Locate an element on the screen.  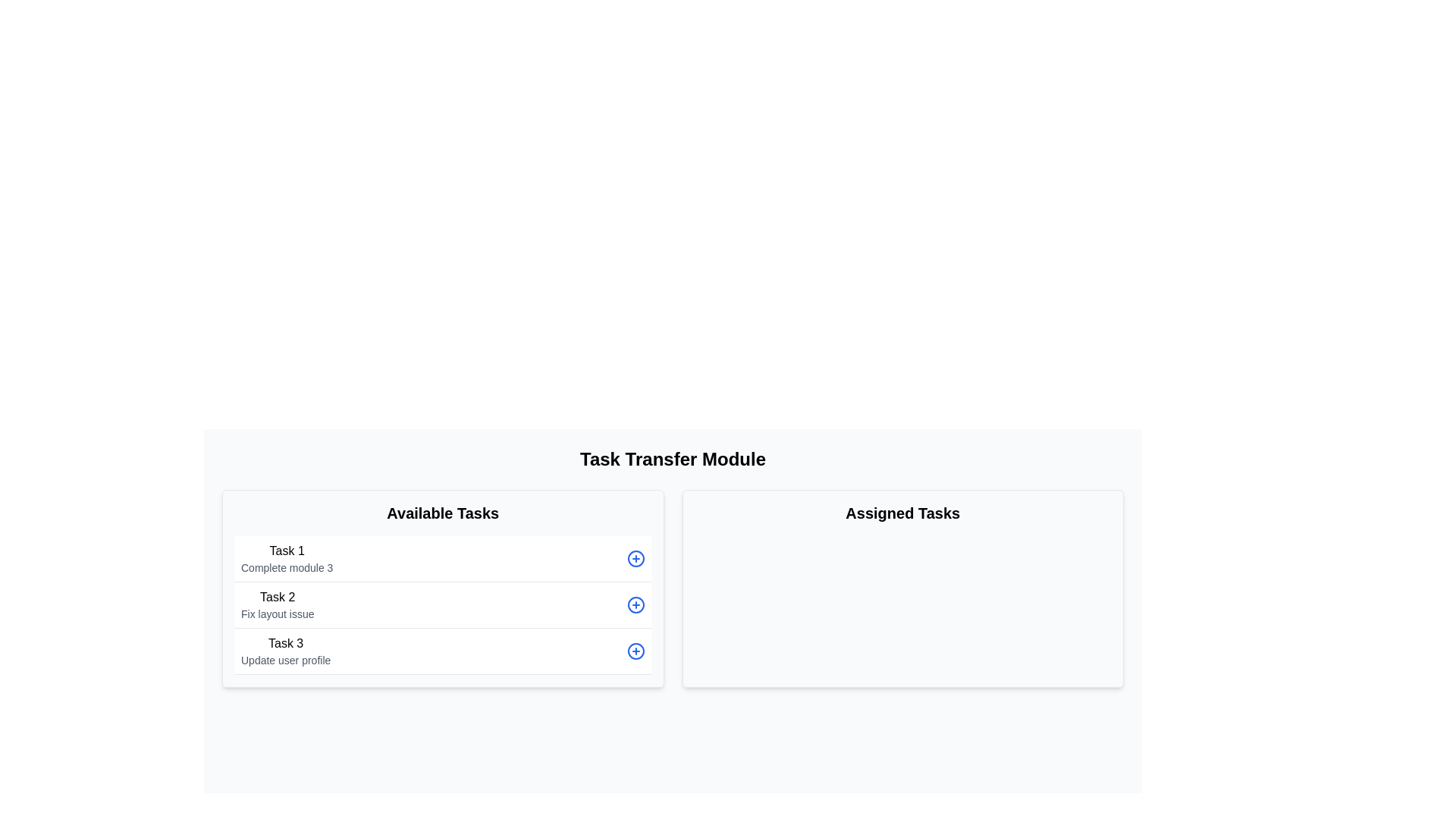
to select the task 'Task 1' with description 'Complete module 3', located in the first task row under the 'Available Tasks' column is located at coordinates (287, 558).